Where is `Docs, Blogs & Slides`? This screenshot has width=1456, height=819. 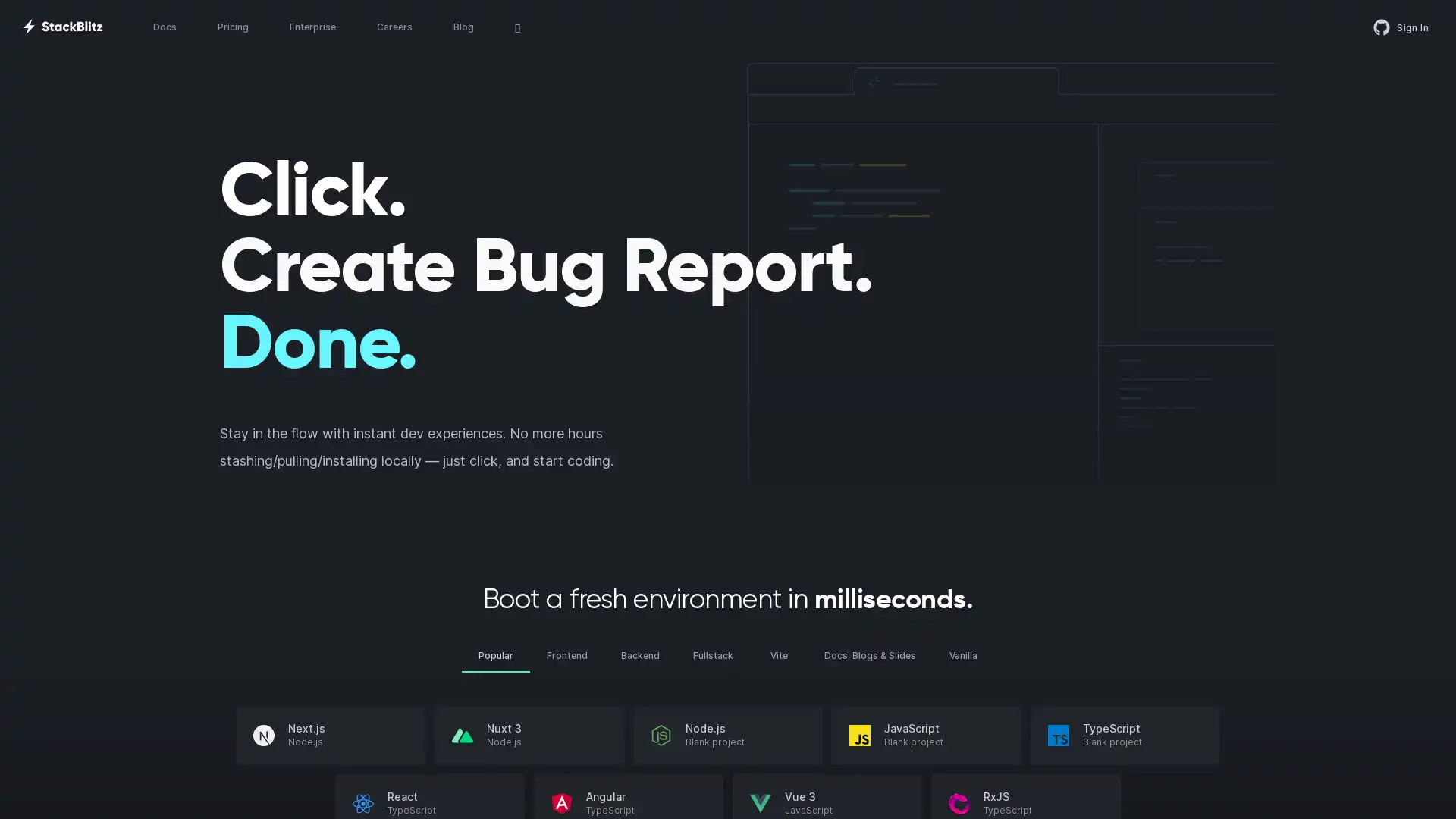 Docs, Blogs & Slides is located at coordinates (870, 654).